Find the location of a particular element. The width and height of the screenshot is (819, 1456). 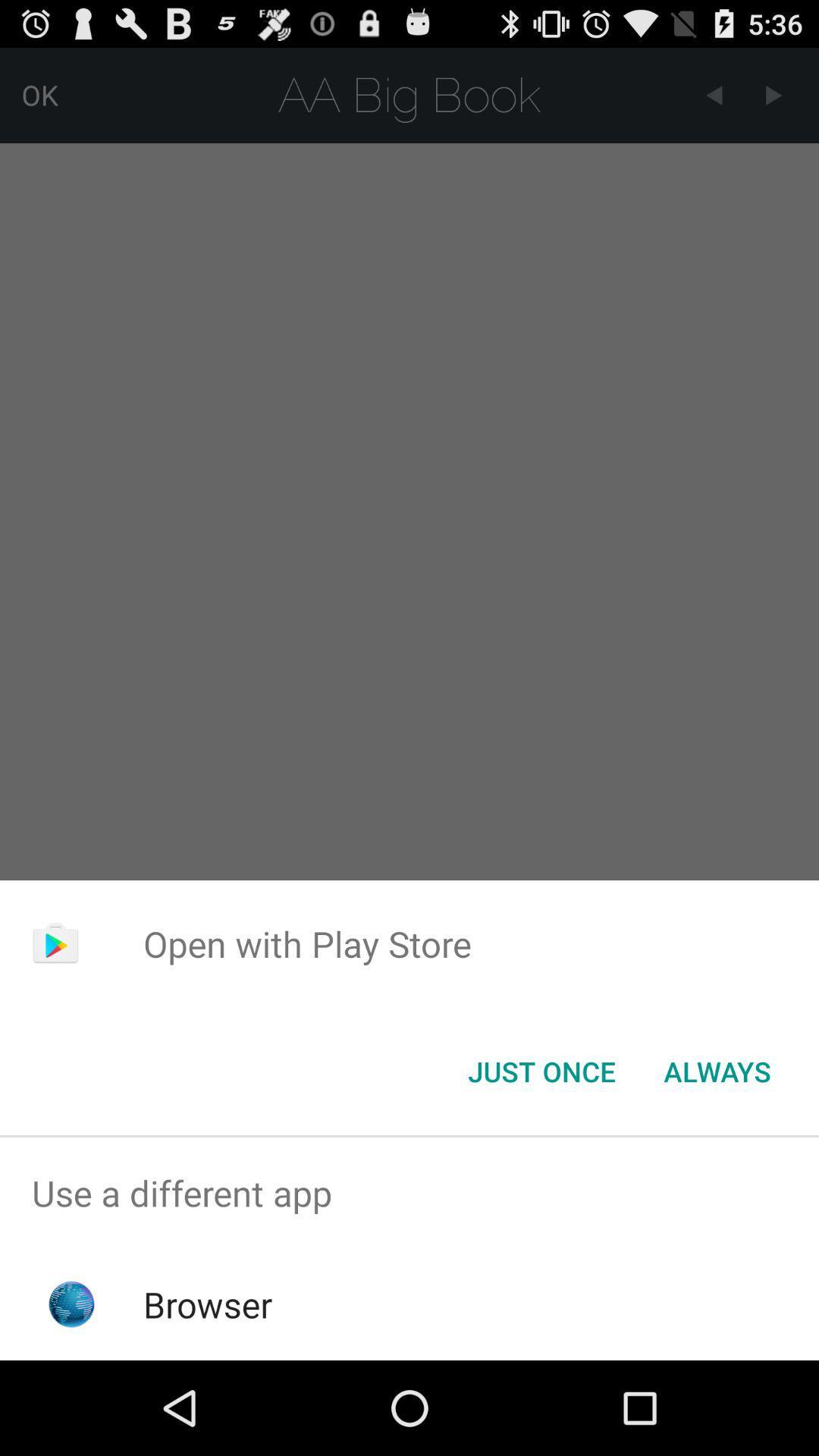

icon below use a different item is located at coordinates (208, 1304).